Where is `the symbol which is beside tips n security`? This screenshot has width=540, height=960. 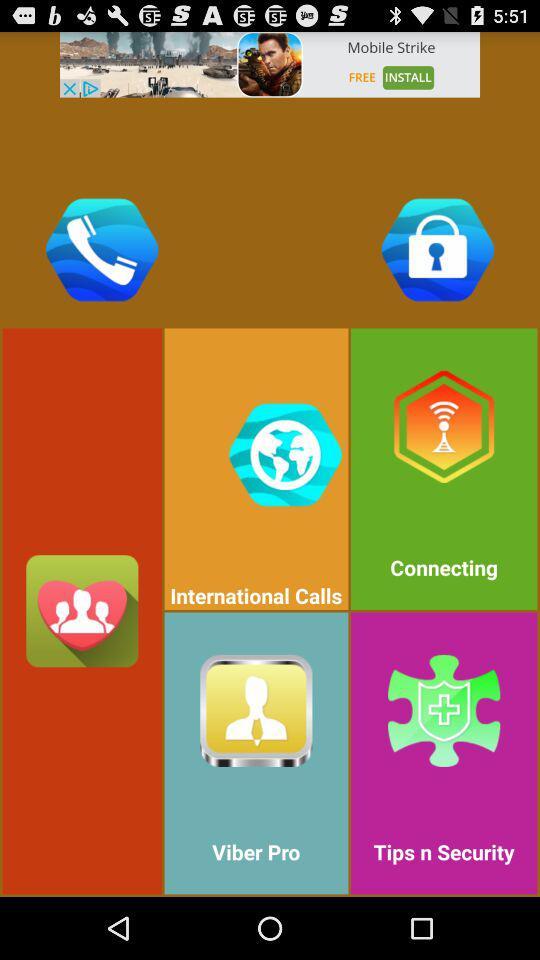 the symbol which is beside tips n security is located at coordinates (256, 710).